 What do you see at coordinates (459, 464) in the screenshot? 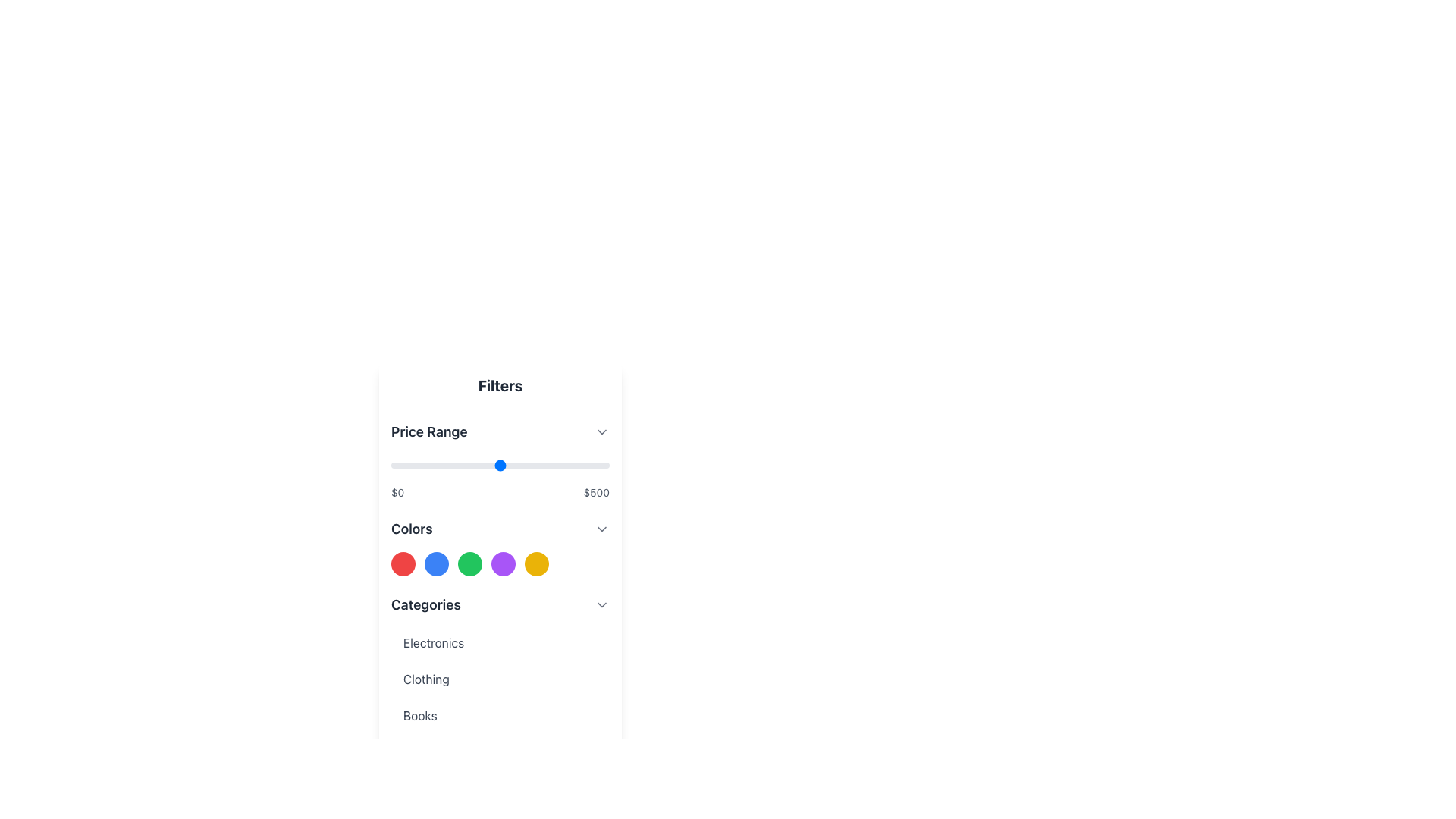
I see `the price range` at bounding box center [459, 464].